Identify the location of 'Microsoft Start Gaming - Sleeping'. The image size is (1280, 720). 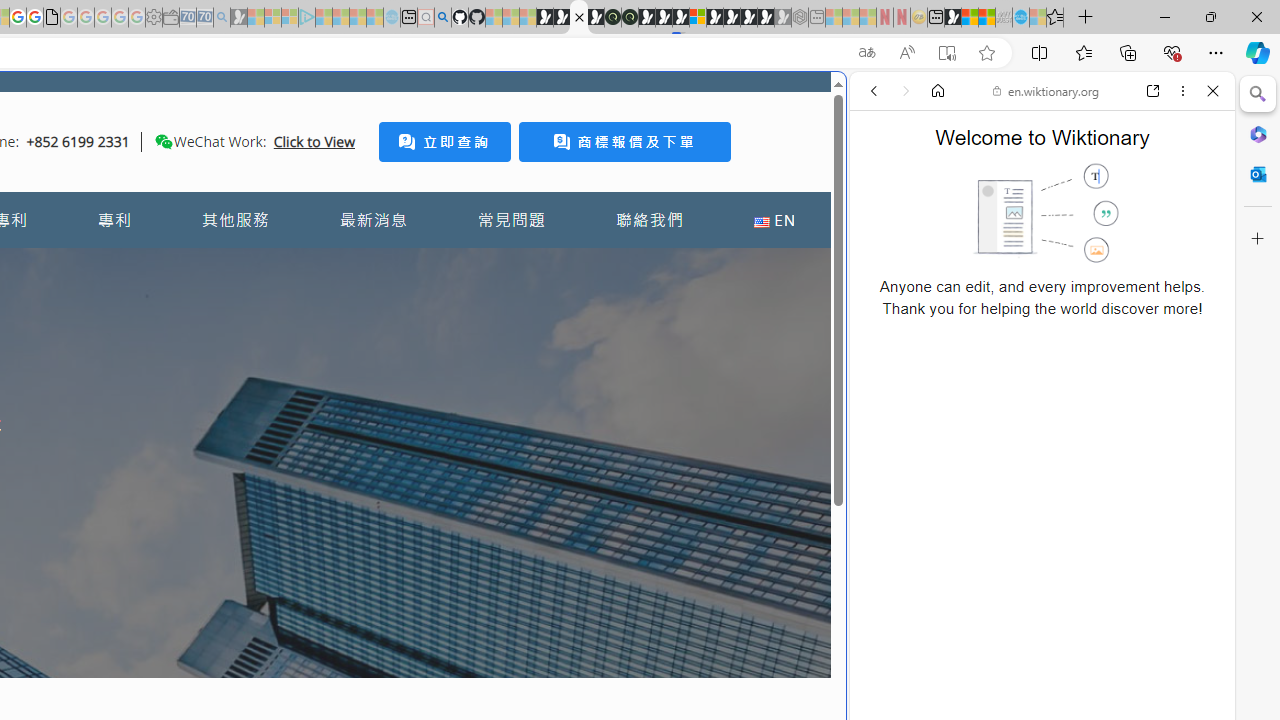
(238, 17).